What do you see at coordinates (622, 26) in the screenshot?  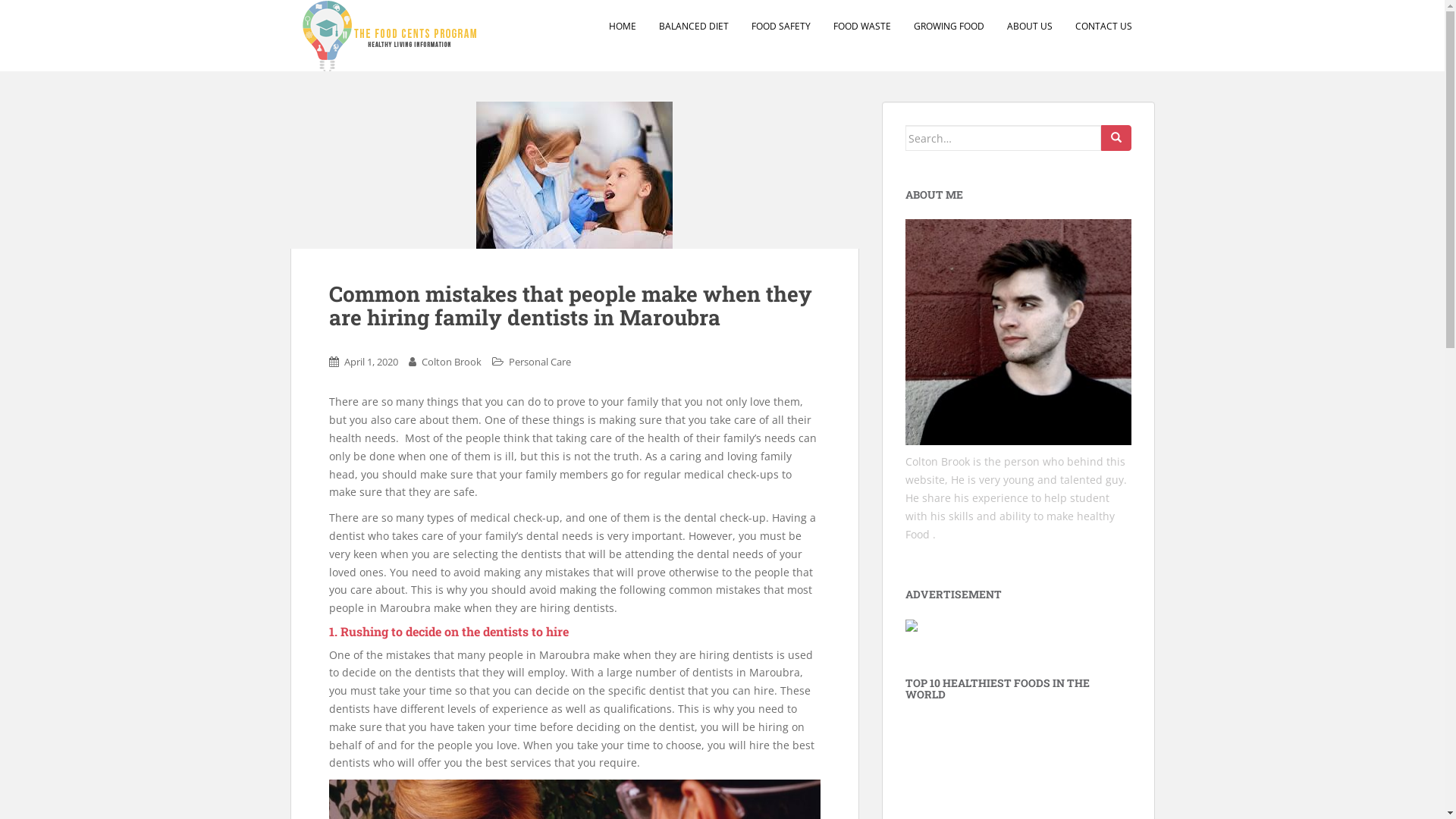 I see `'HOME'` at bounding box center [622, 26].